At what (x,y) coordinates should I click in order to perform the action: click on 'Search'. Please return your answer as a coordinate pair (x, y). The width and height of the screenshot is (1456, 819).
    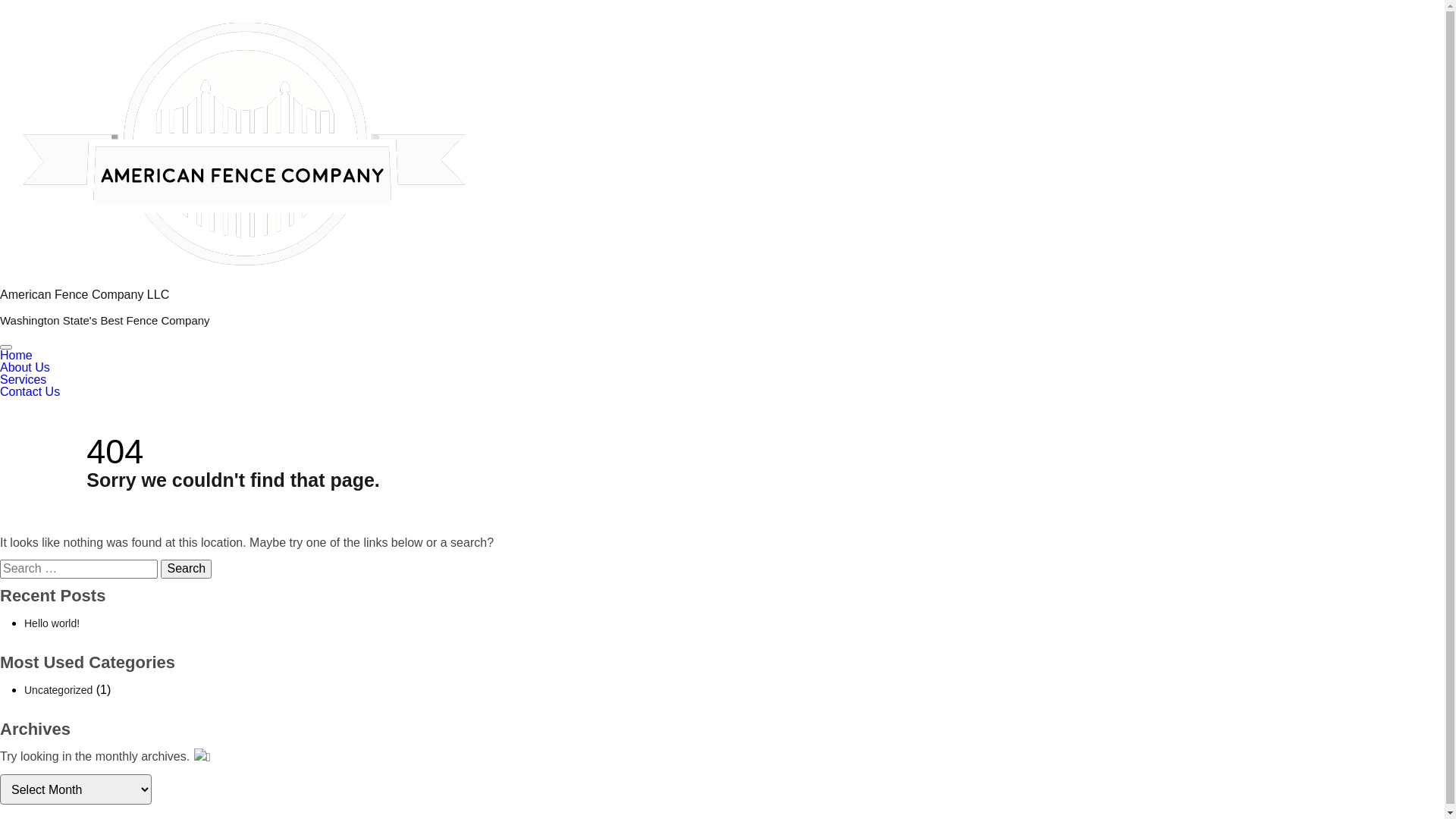
    Looking at the image, I should click on (185, 568).